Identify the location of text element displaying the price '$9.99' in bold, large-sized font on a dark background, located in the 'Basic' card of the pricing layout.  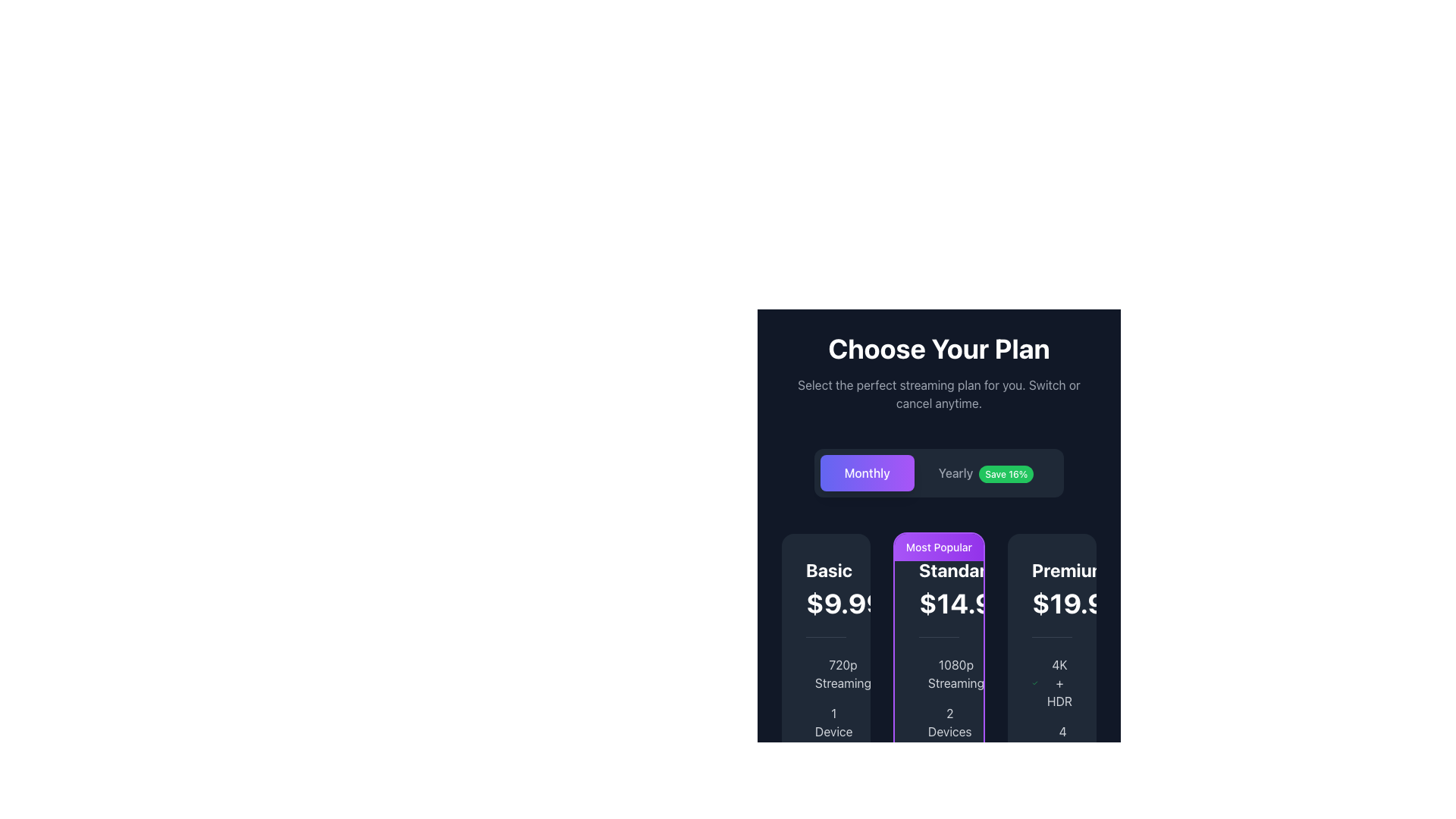
(844, 602).